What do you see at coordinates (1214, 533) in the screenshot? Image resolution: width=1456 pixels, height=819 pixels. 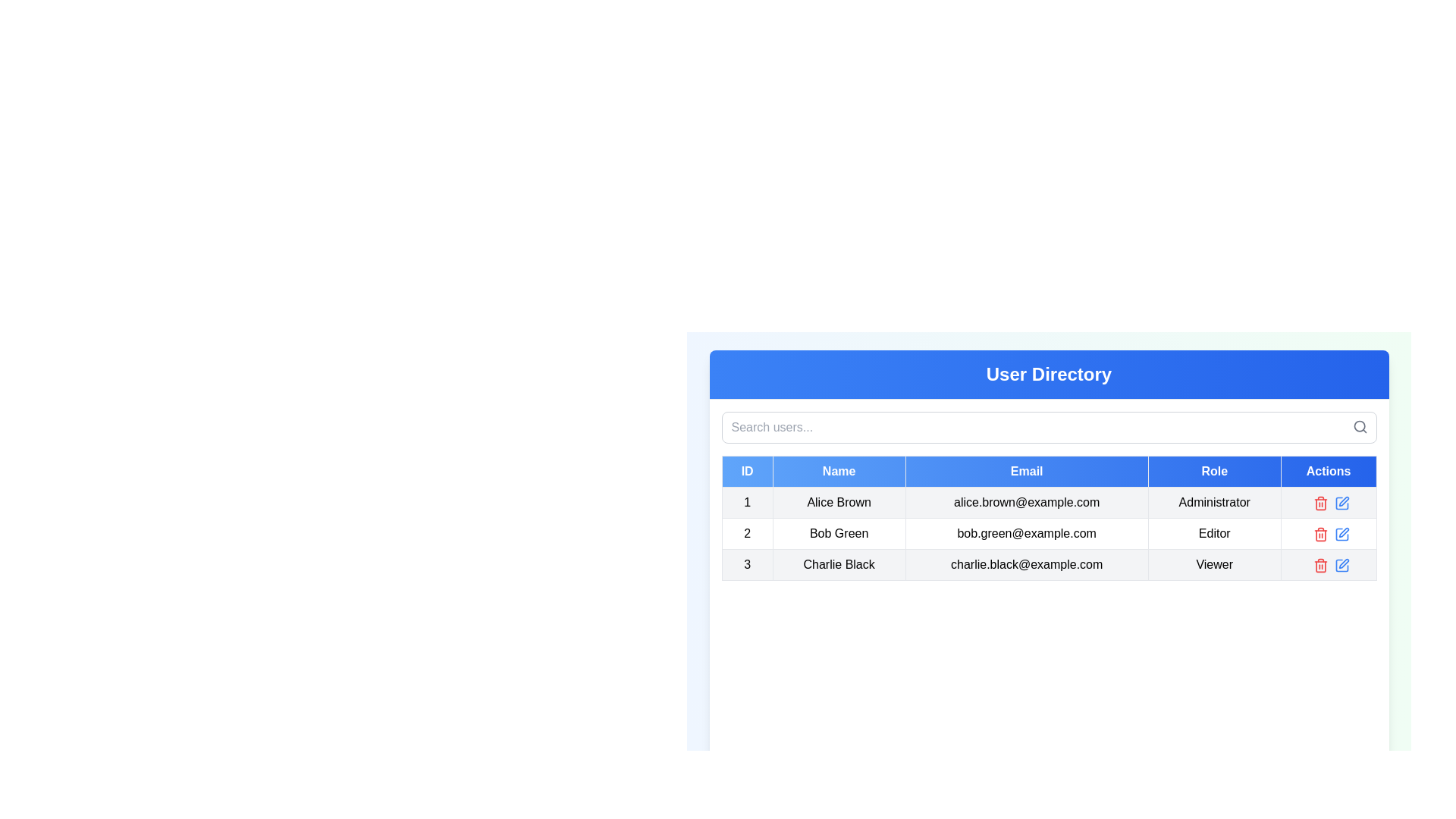 I see `the text label displaying 'Editor' in the Role column of the second row associated with the user 'Bob Green'` at bounding box center [1214, 533].